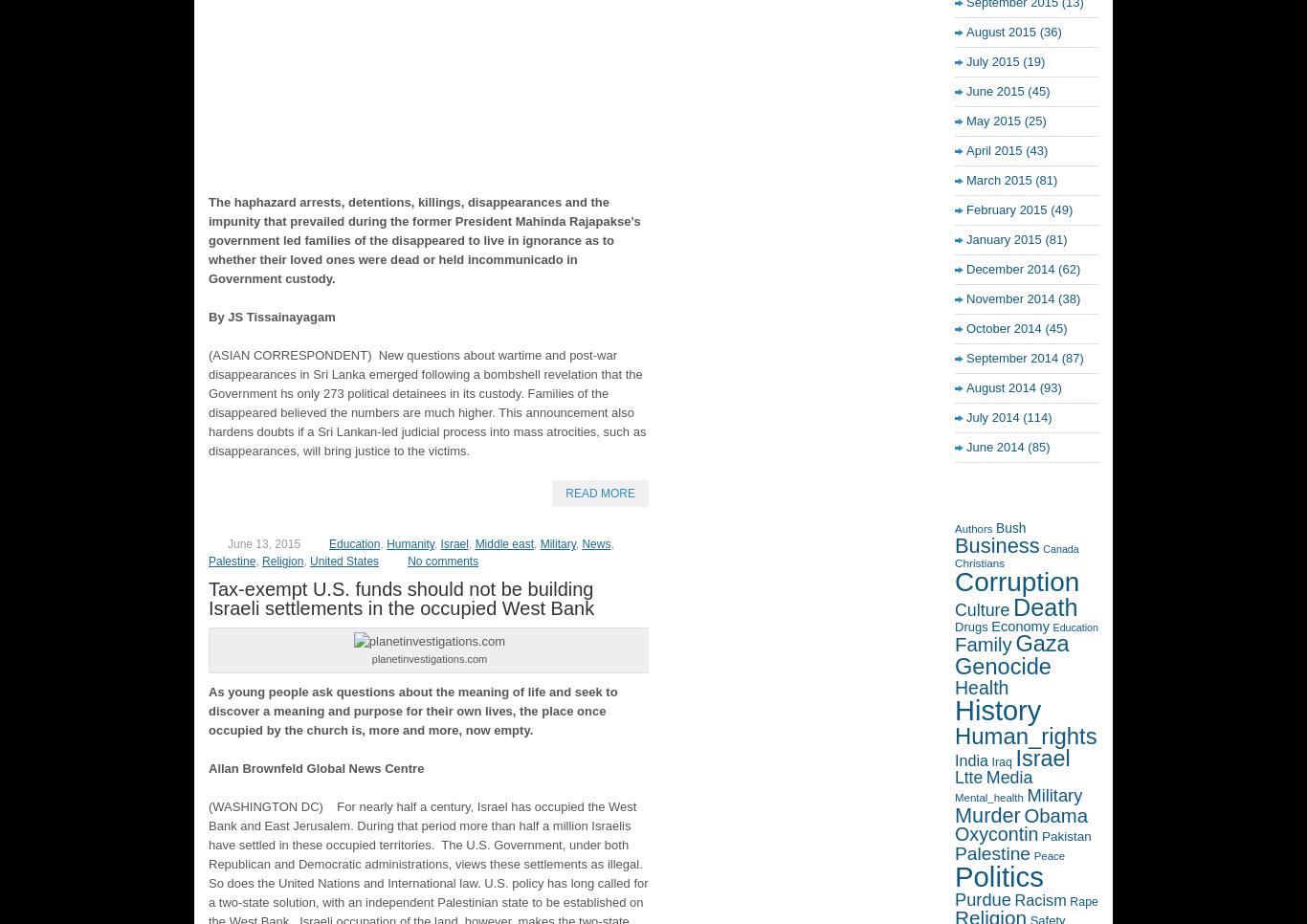 The width and height of the screenshot is (1307, 924). I want to click on 'January 2015', so click(1002, 239).